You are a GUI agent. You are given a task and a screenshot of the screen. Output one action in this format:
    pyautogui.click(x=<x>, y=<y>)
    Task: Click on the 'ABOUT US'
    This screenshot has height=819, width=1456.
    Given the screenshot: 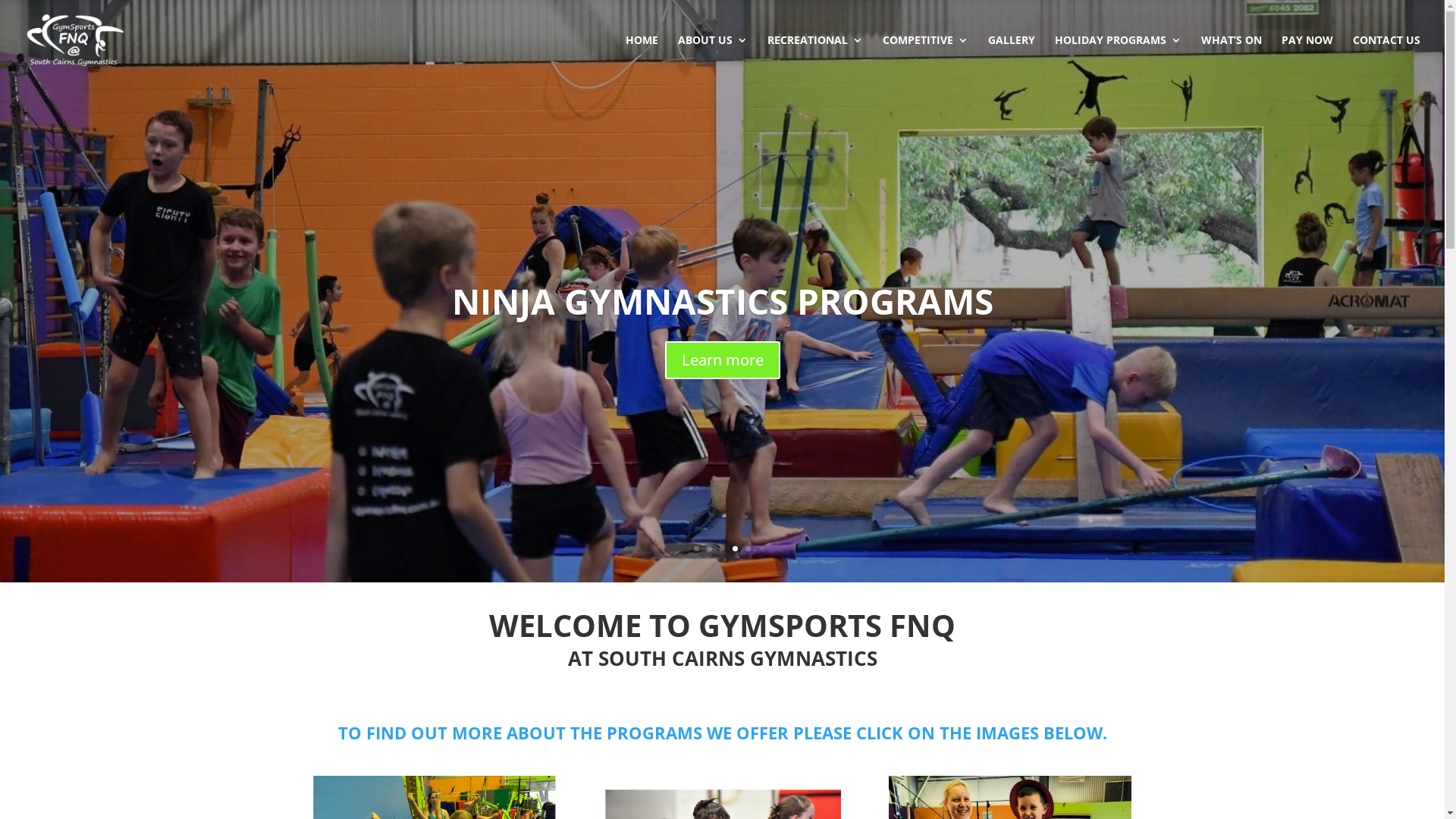 What is the action you would take?
    pyautogui.click(x=712, y=57)
    